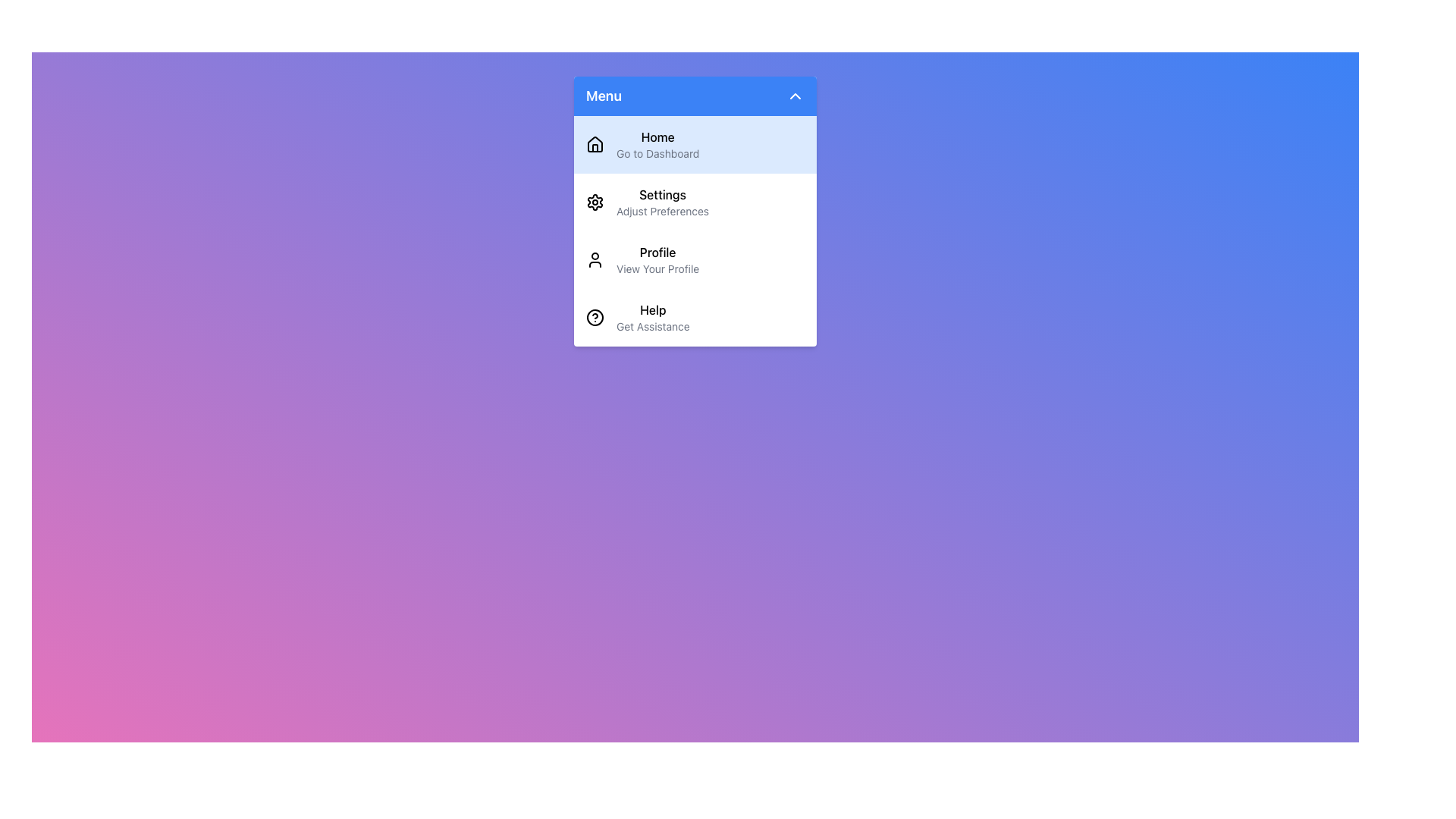  I want to click on the appearance of the circular help icon with a question mark, located at the far left of the 'Help Get Assistance' menu item, so click(595, 317).